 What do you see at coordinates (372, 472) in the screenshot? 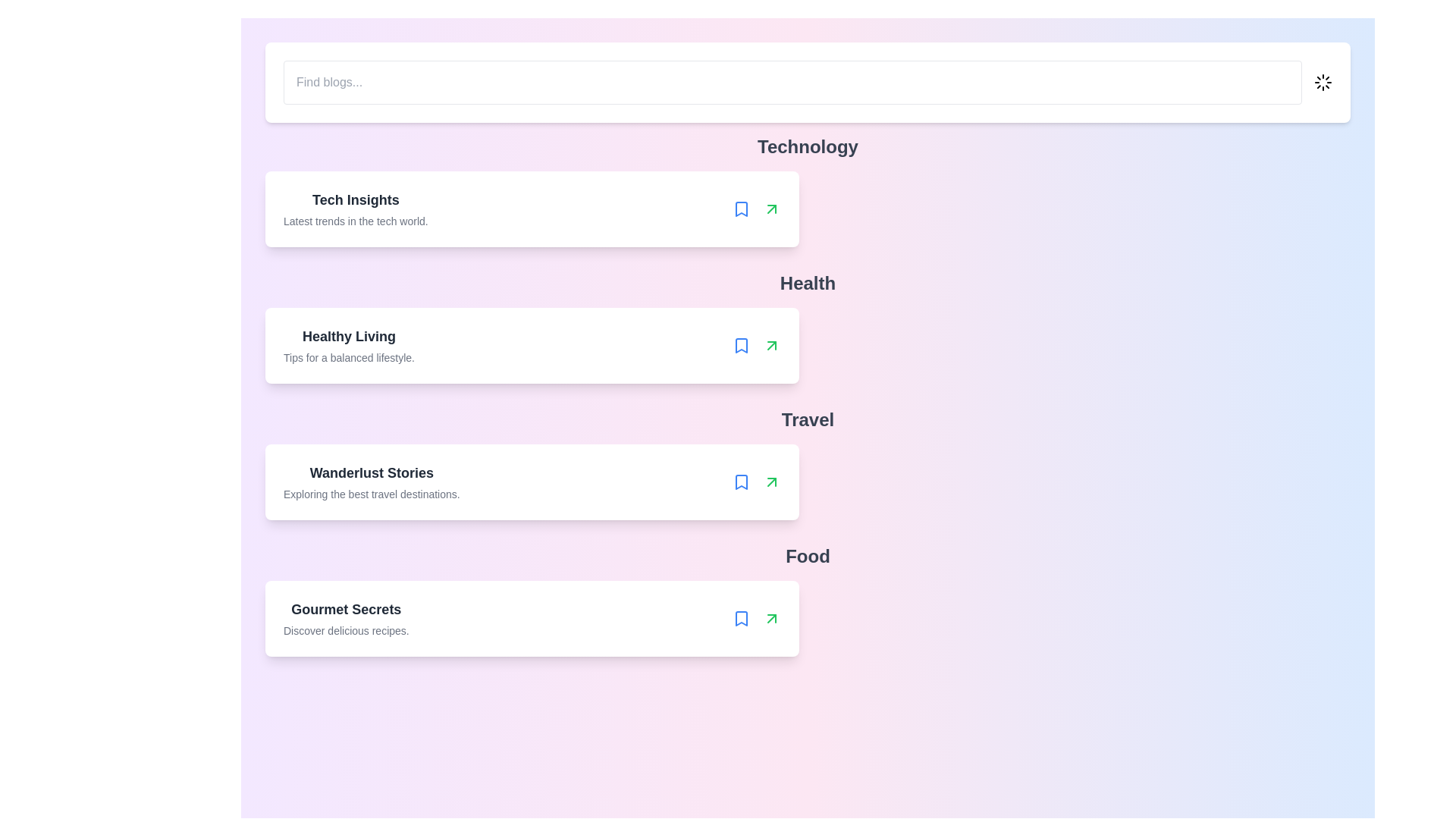
I see `title text located in the 'Travel' section, which is positioned between the 'Healthy Living' section above and the 'Gourmet Secrets' section below` at bounding box center [372, 472].